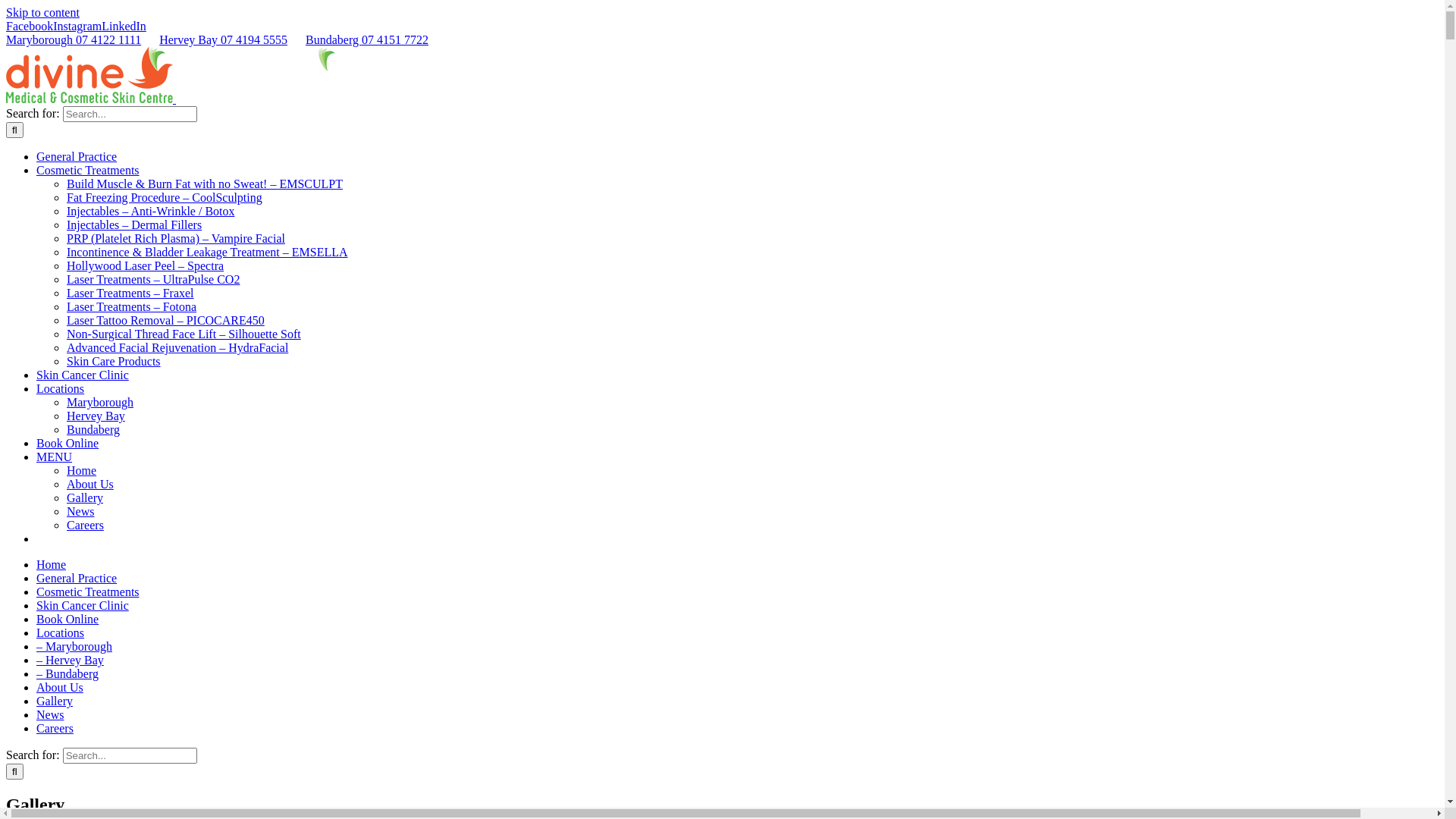 This screenshot has width=1456, height=819. Describe the element at coordinates (84, 524) in the screenshot. I see `'Careers'` at that location.